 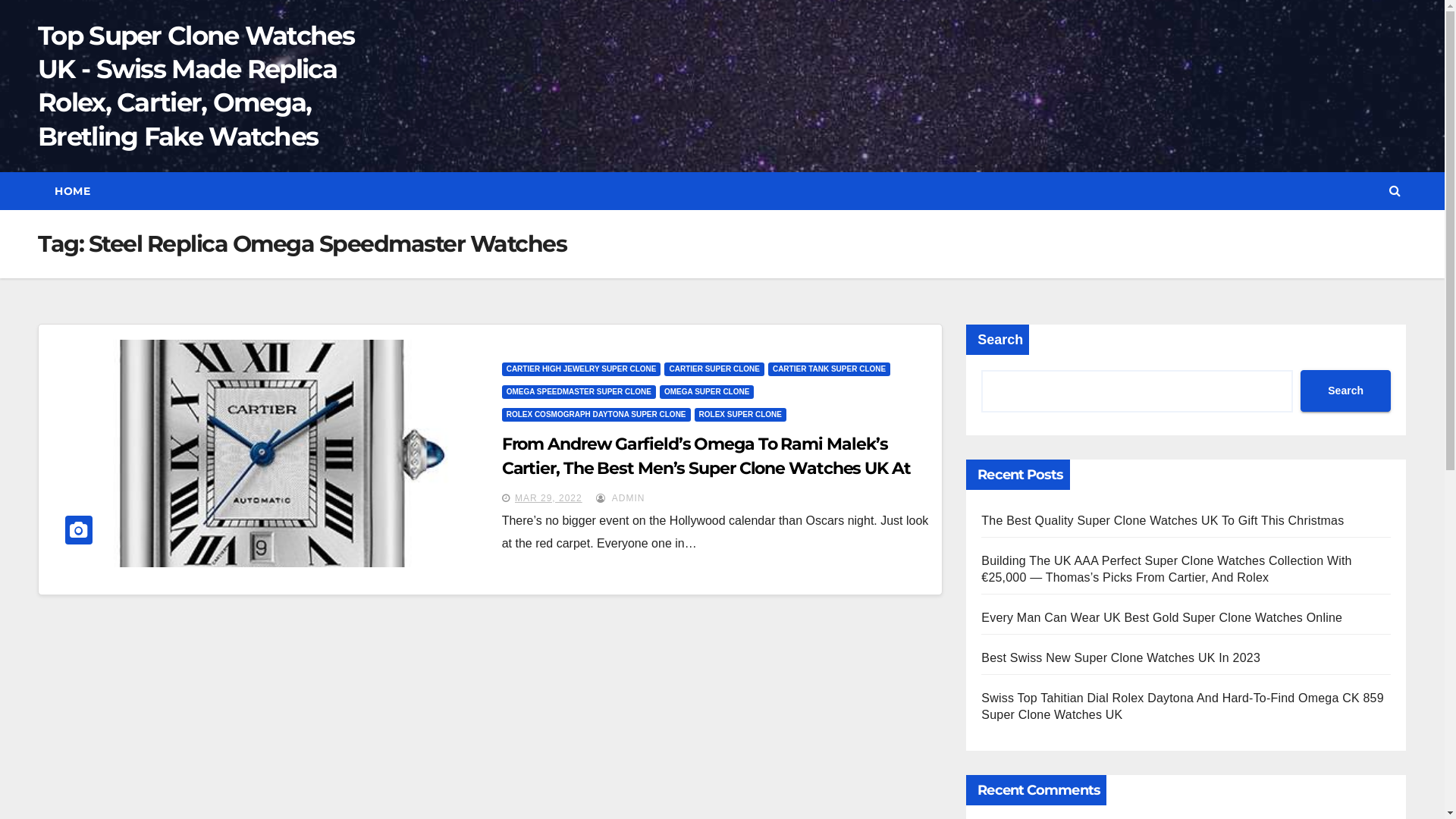 I want to click on 'ADMIN', so click(x=620, y=497).